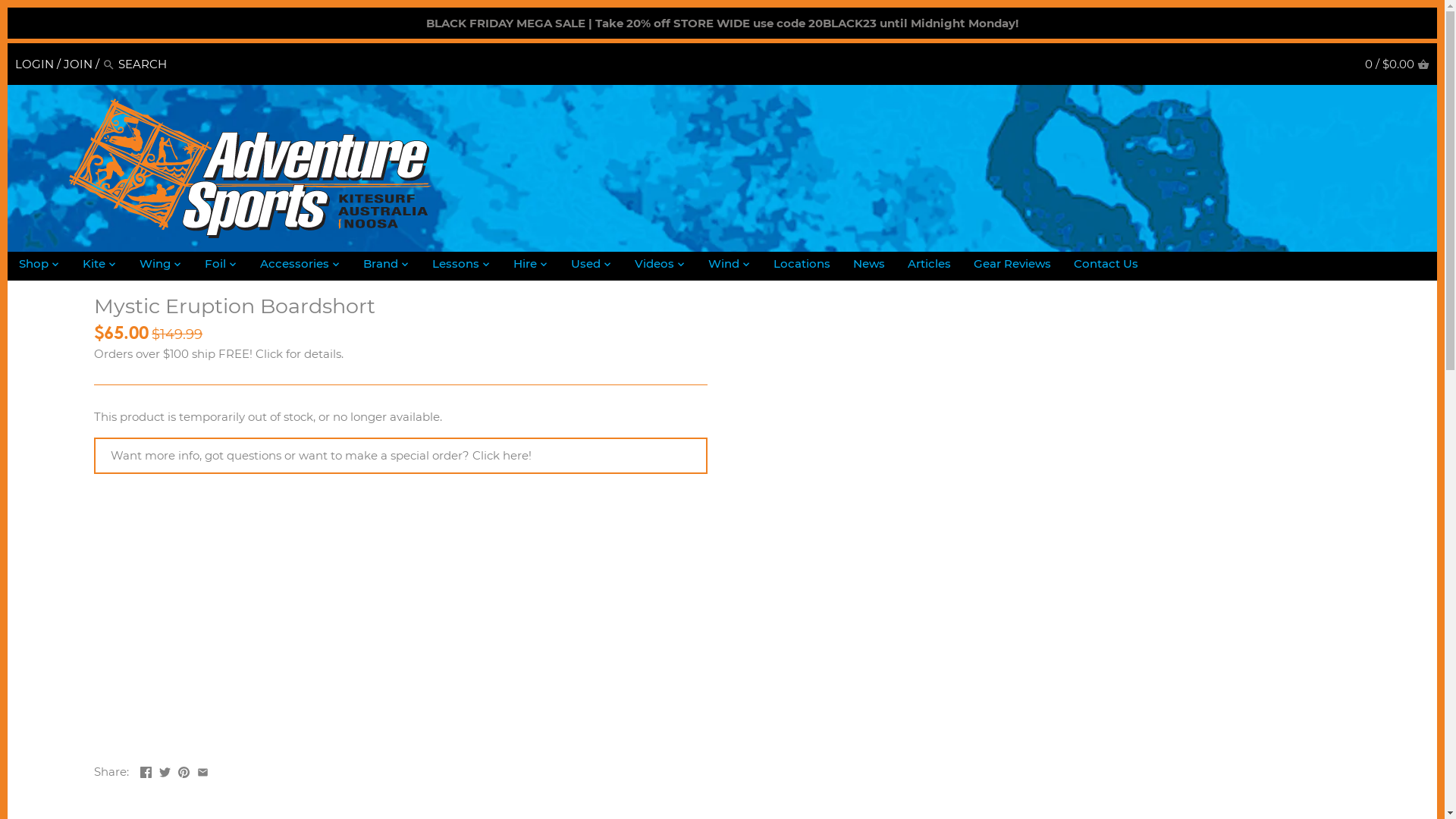 The image size is (1456, 819). I want to click on 'Lessons', so click(454, 265).